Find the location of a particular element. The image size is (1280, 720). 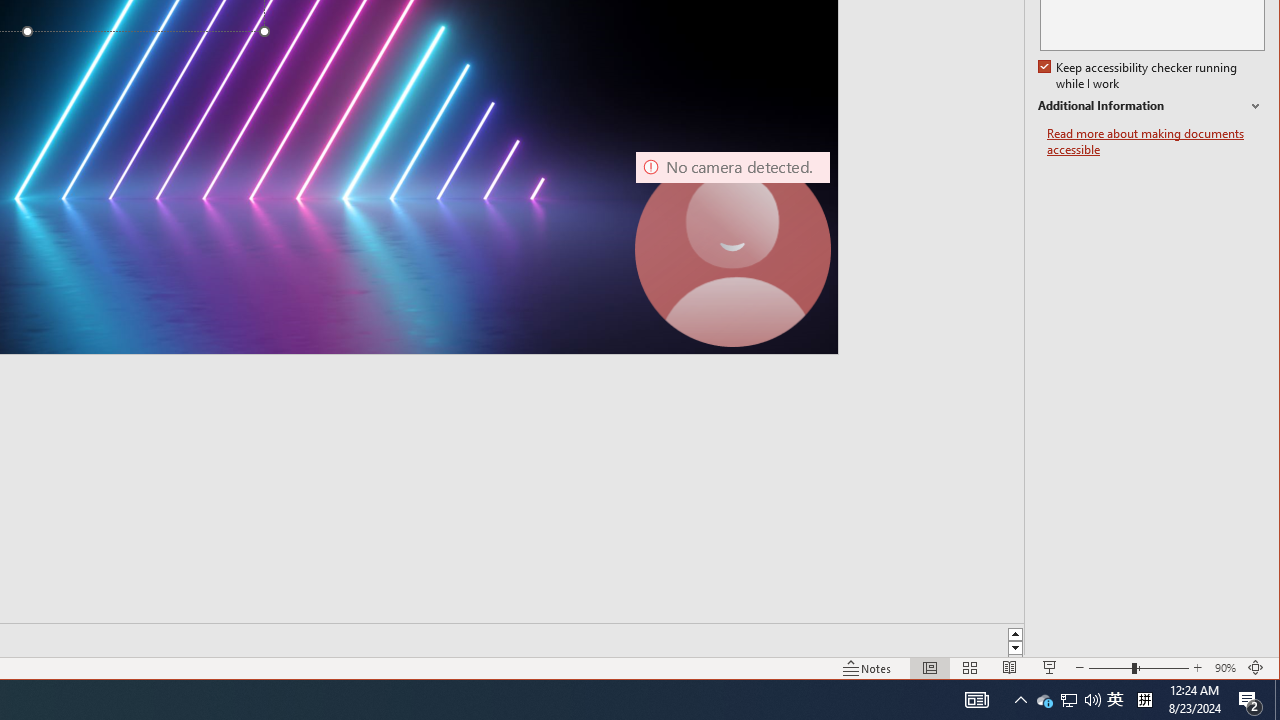

'Zoom 90%' is located at coordinates (1224, 668).